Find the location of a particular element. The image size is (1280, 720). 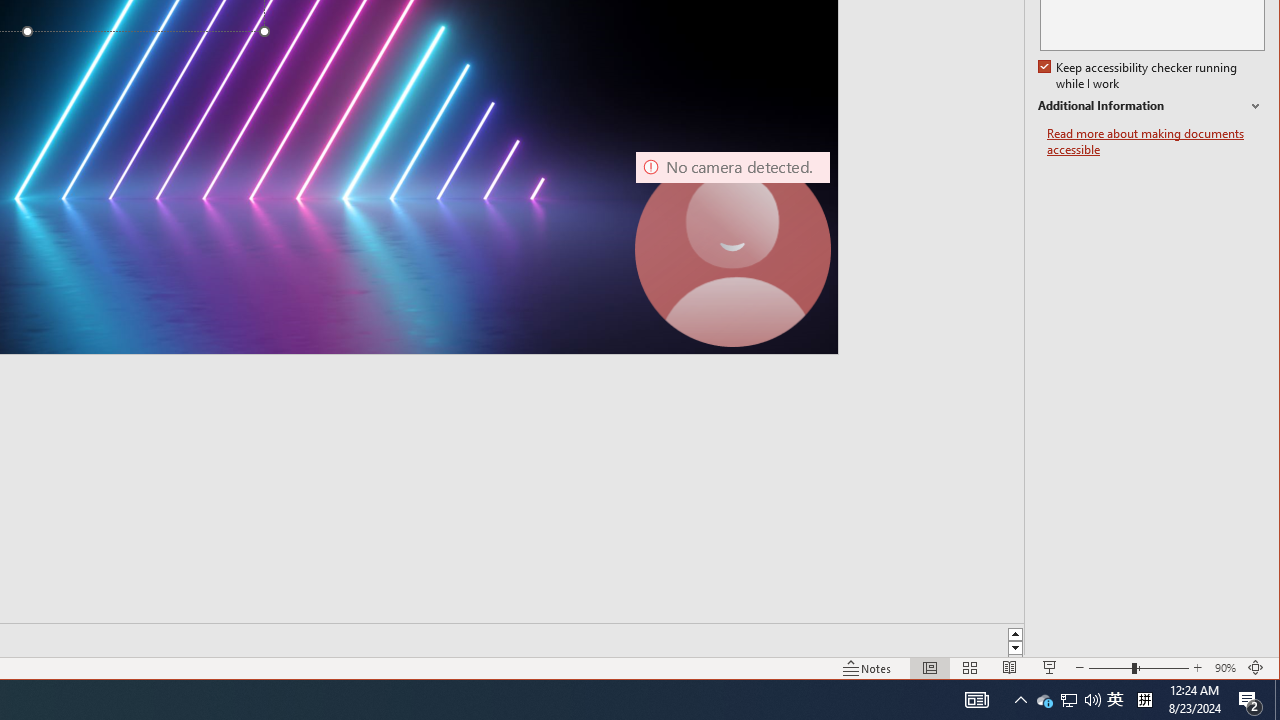

'Zoom 90%' is located at coordinates (1224, 668).